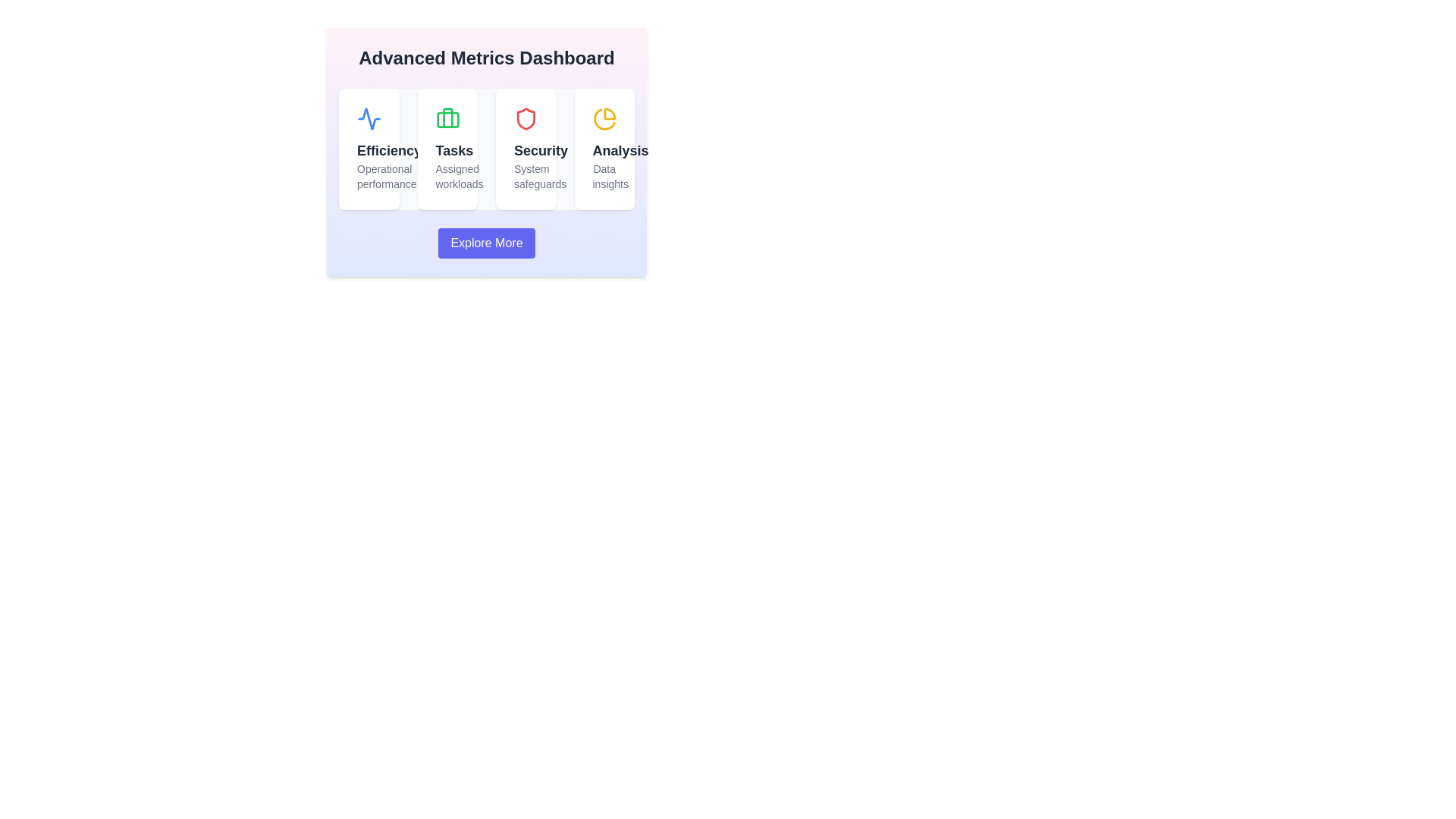 Image resolution: width=1456 pixels, height=819 pixels. Describe the element at coordinates (604, 149) in the screenshot. I see `the fourth card in the dashboard that represents data analysis functionality, located at the bottom-right of the grid layout, by clicking on it if it is interactive` at that location.